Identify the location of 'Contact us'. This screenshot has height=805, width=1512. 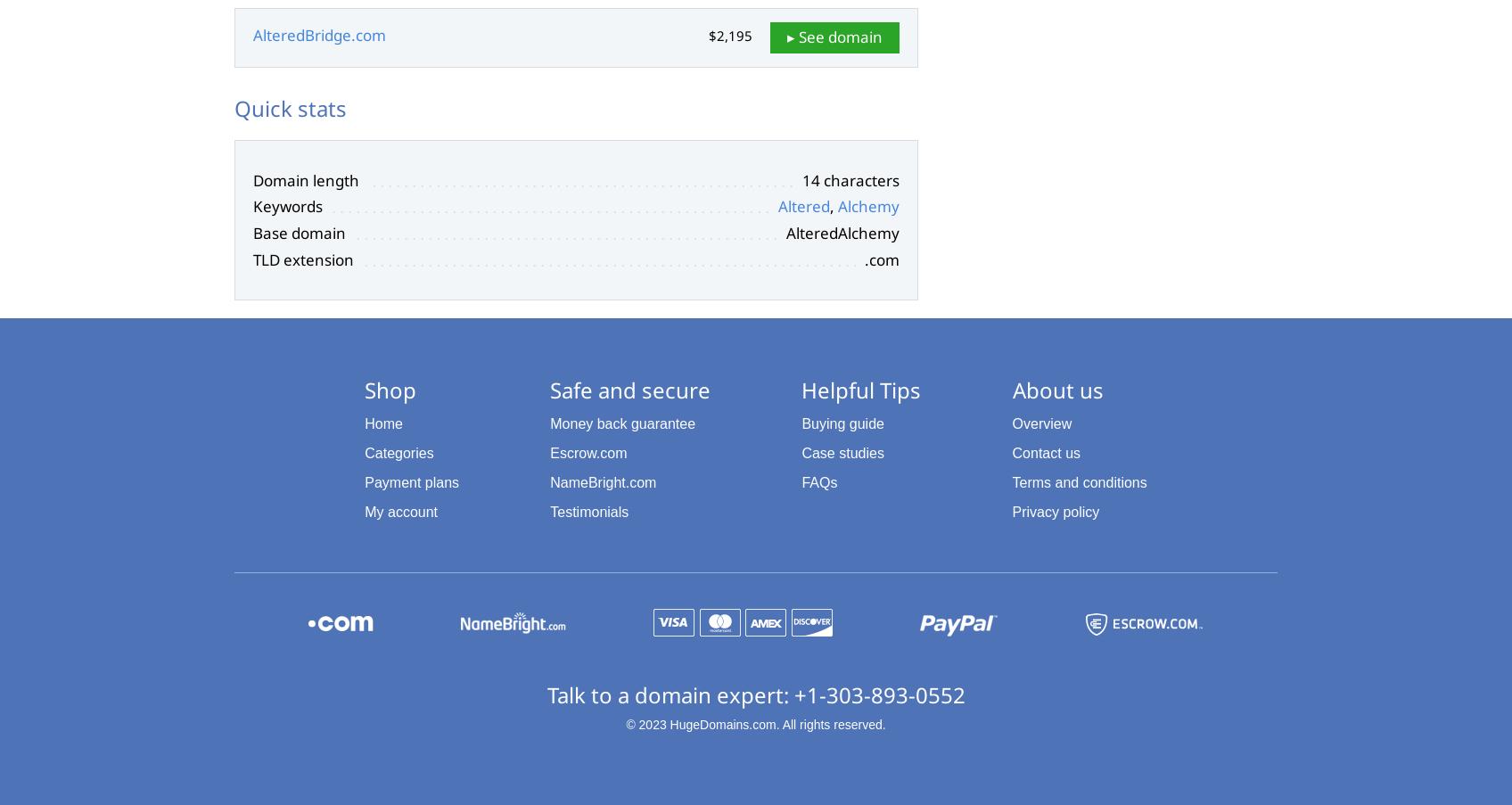
(1046, 453).